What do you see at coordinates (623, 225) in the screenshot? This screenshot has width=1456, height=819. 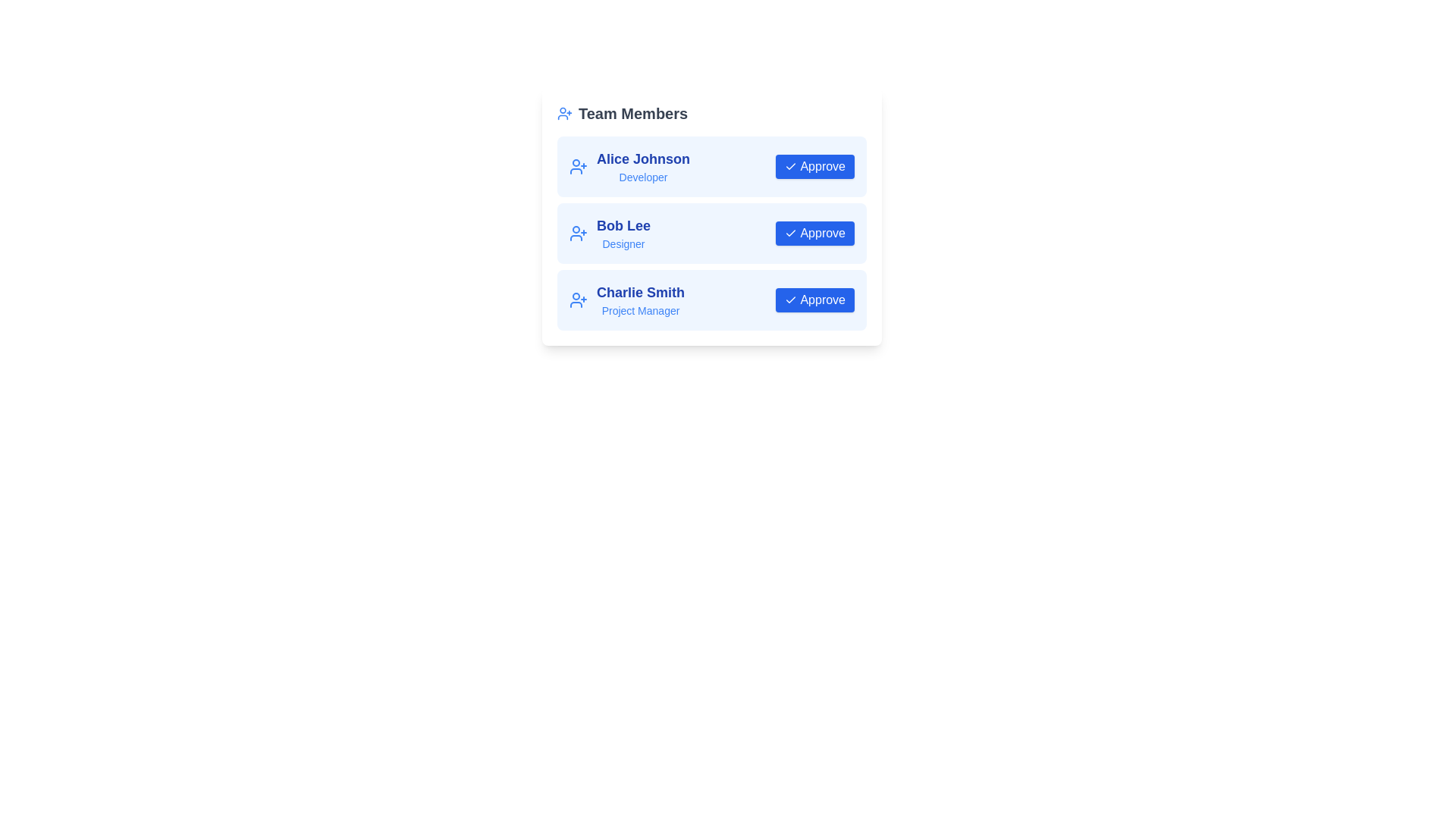 I see `the text label 'Bob Lee' displayed in a bold blue font` at bounding box center [623, 225].